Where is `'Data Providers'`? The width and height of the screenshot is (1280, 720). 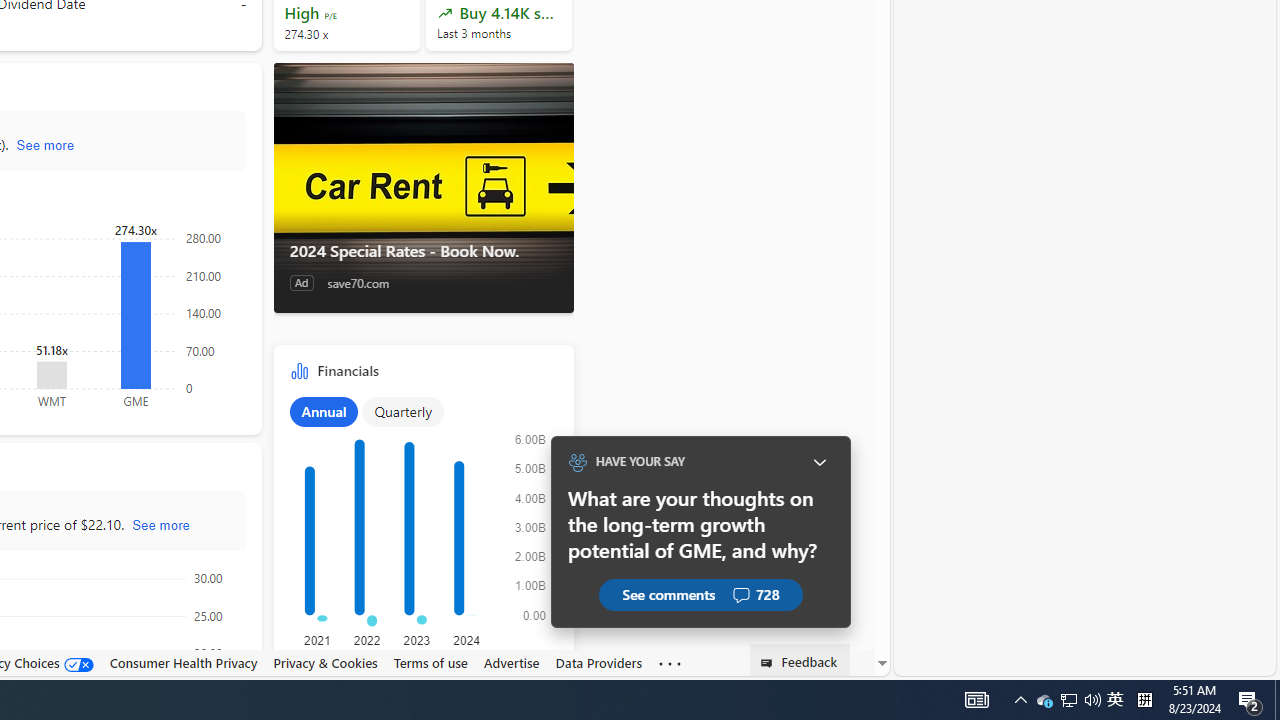 'Data Providers' is located at coordinates (598, 662).